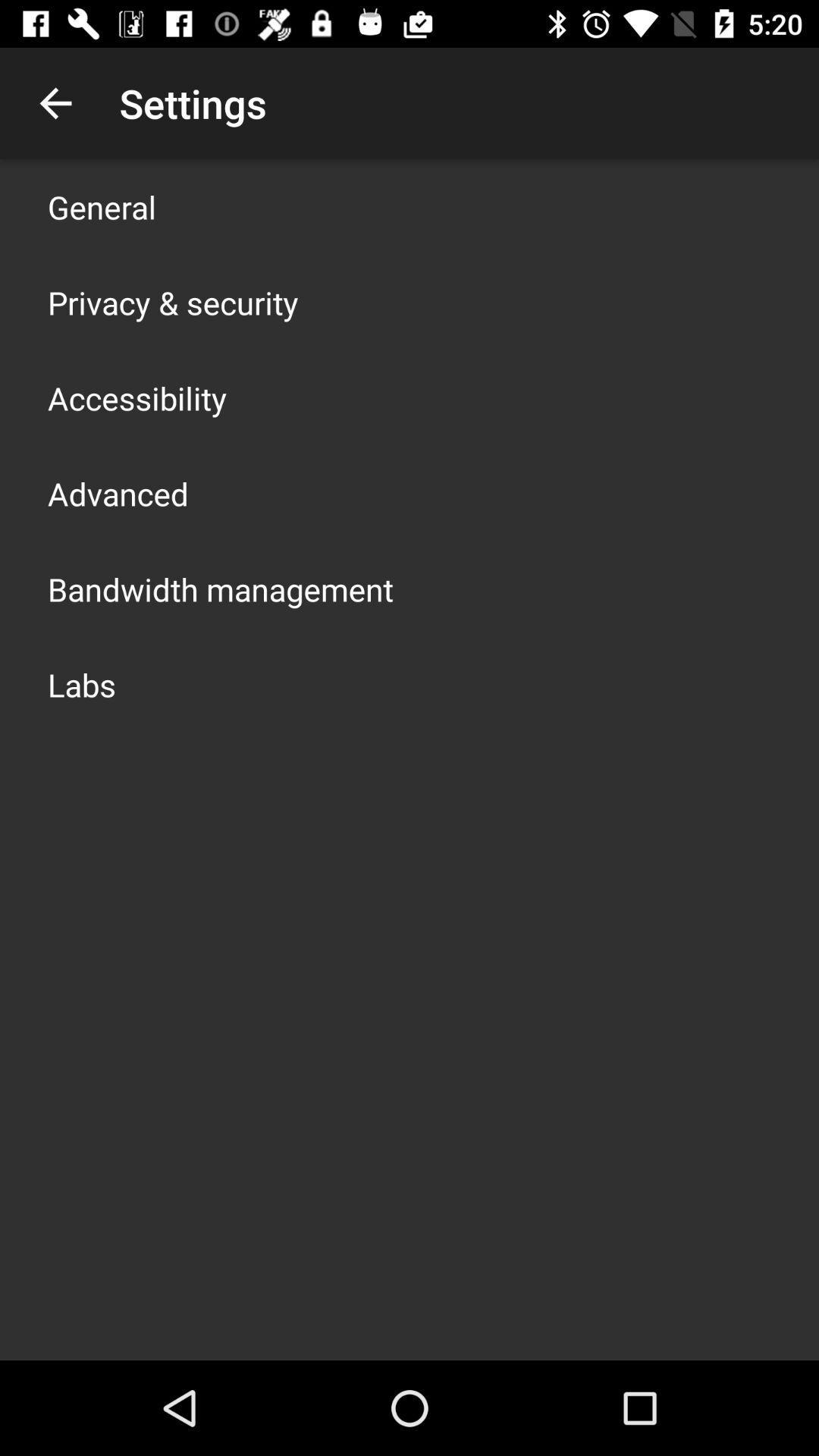 This screenshot has height=1456, width=819. Describe the element at coordinates (117, 494) in the screenshot. I see `item above bandwidth management app` at that location.